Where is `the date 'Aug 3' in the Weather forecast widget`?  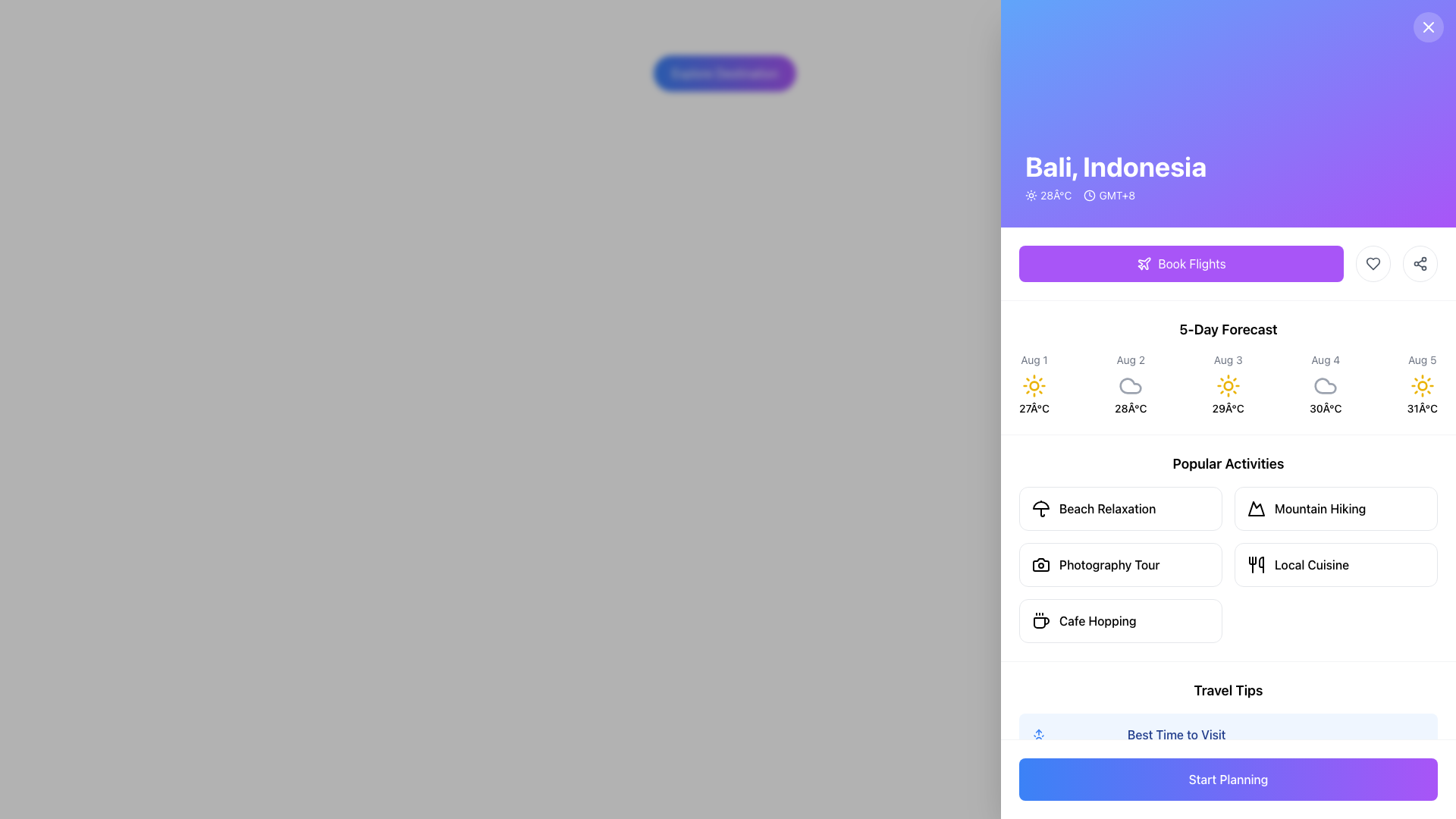 the date 'Aug 3' in the Weather forecast widget is located at coordinates (1228, 383).